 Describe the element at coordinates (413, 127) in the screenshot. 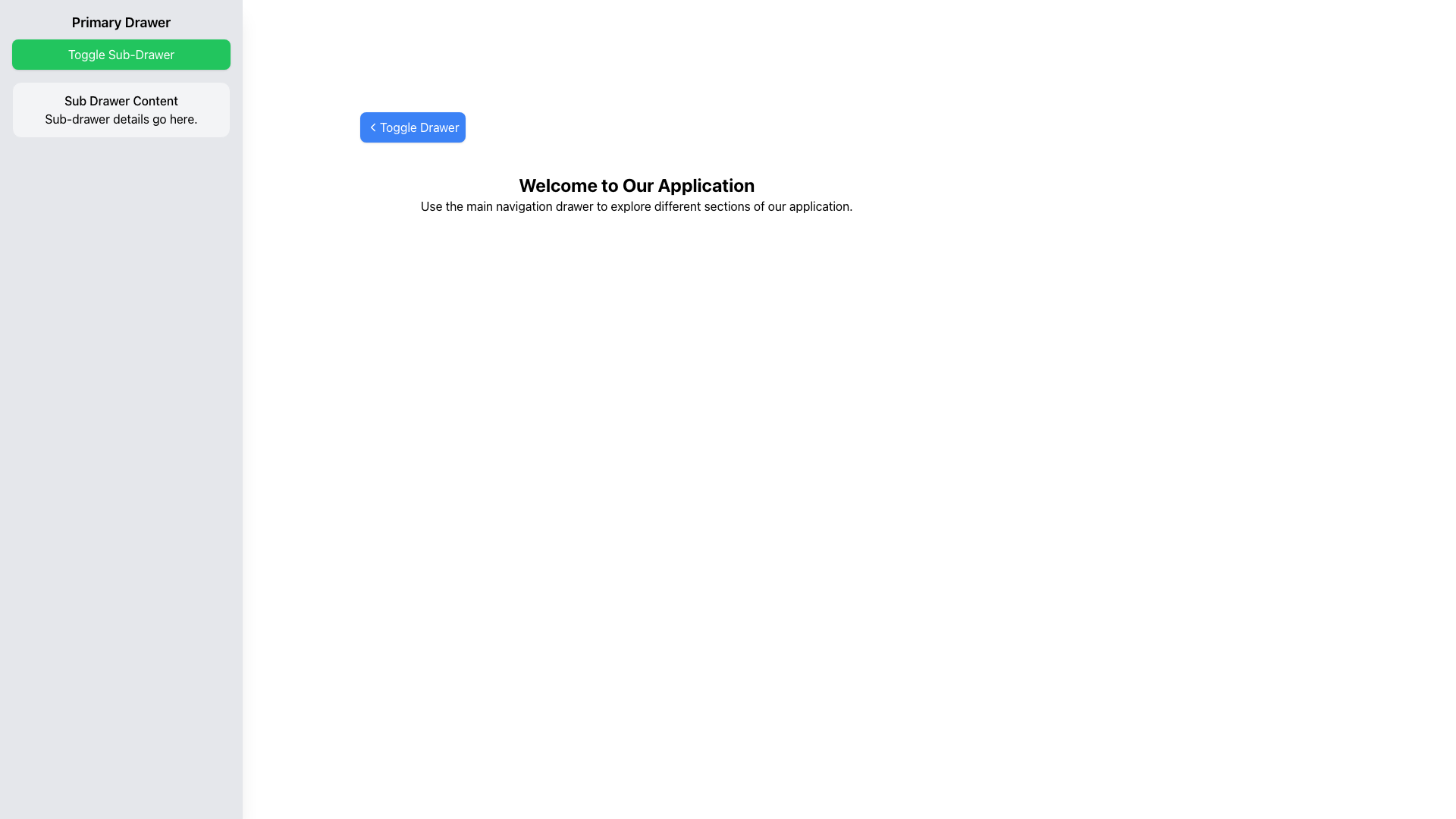

I see `the blue 'Toggle Drawer' button with white text and a leftward arrow icon` at that location.